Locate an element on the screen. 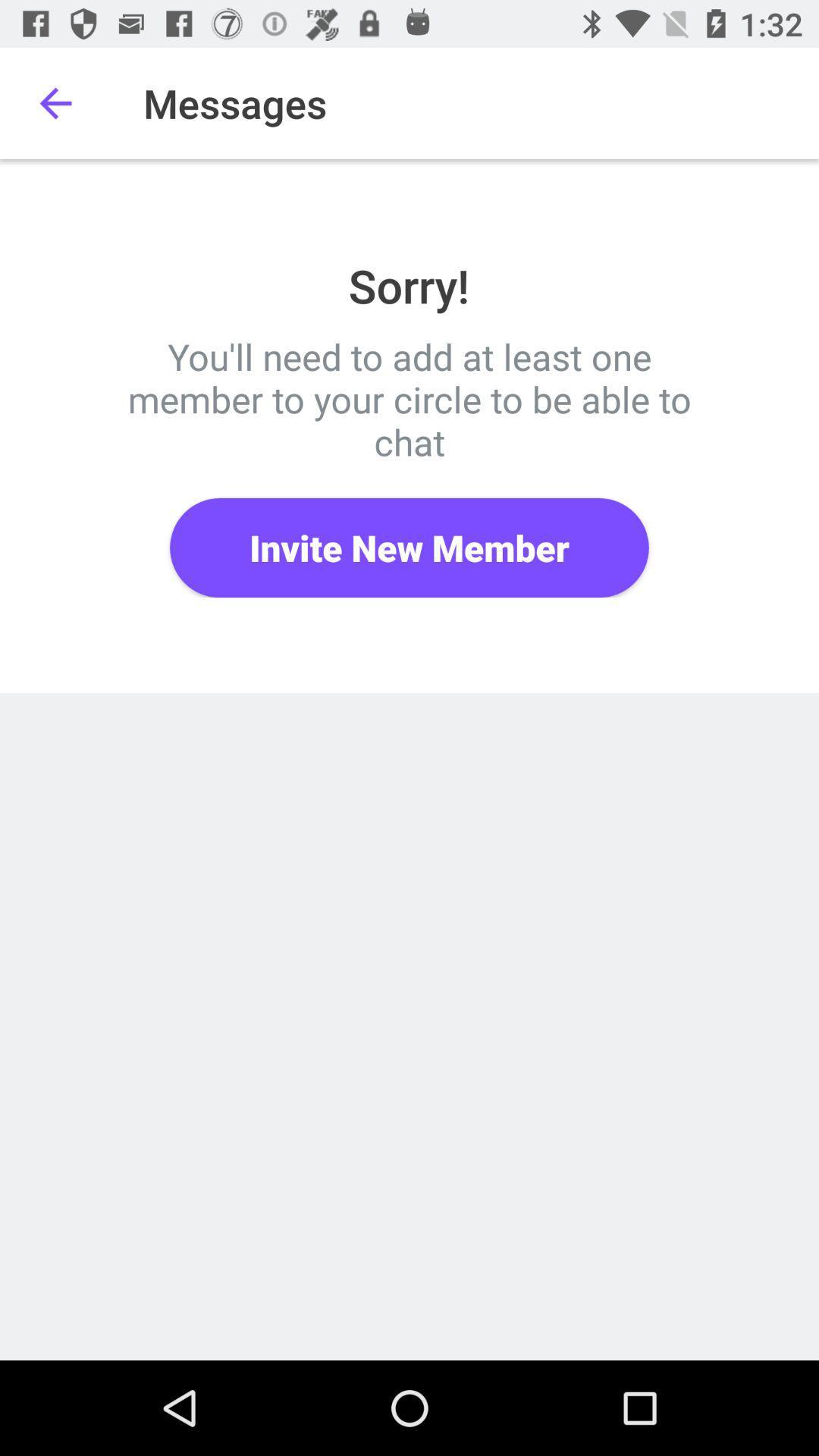 The width and height of the screenshot is (819, 1456). item next to the messages is located at coordinates (55, 102).